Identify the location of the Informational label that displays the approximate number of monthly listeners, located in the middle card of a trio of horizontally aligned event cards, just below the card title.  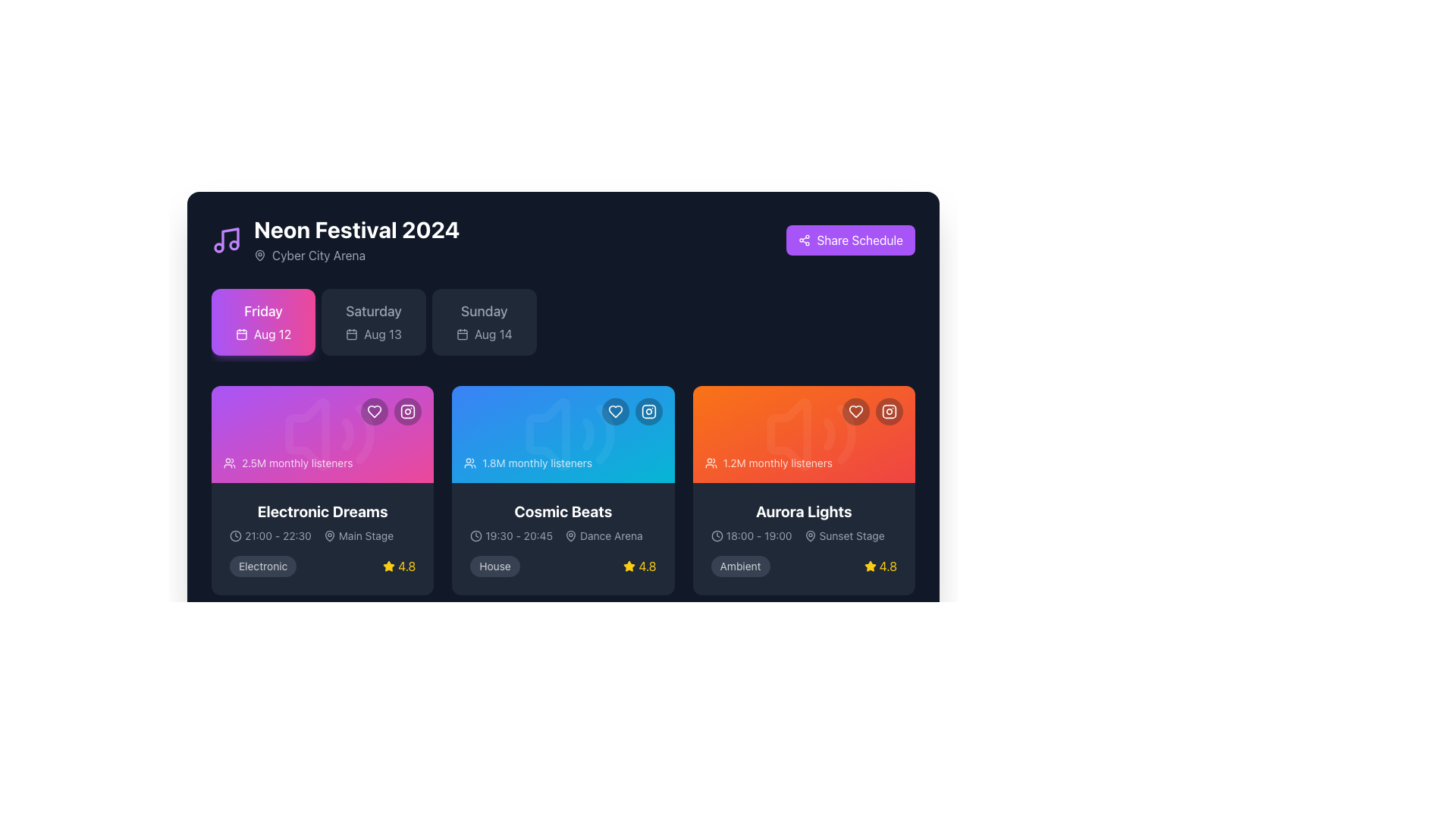
(528, 462).